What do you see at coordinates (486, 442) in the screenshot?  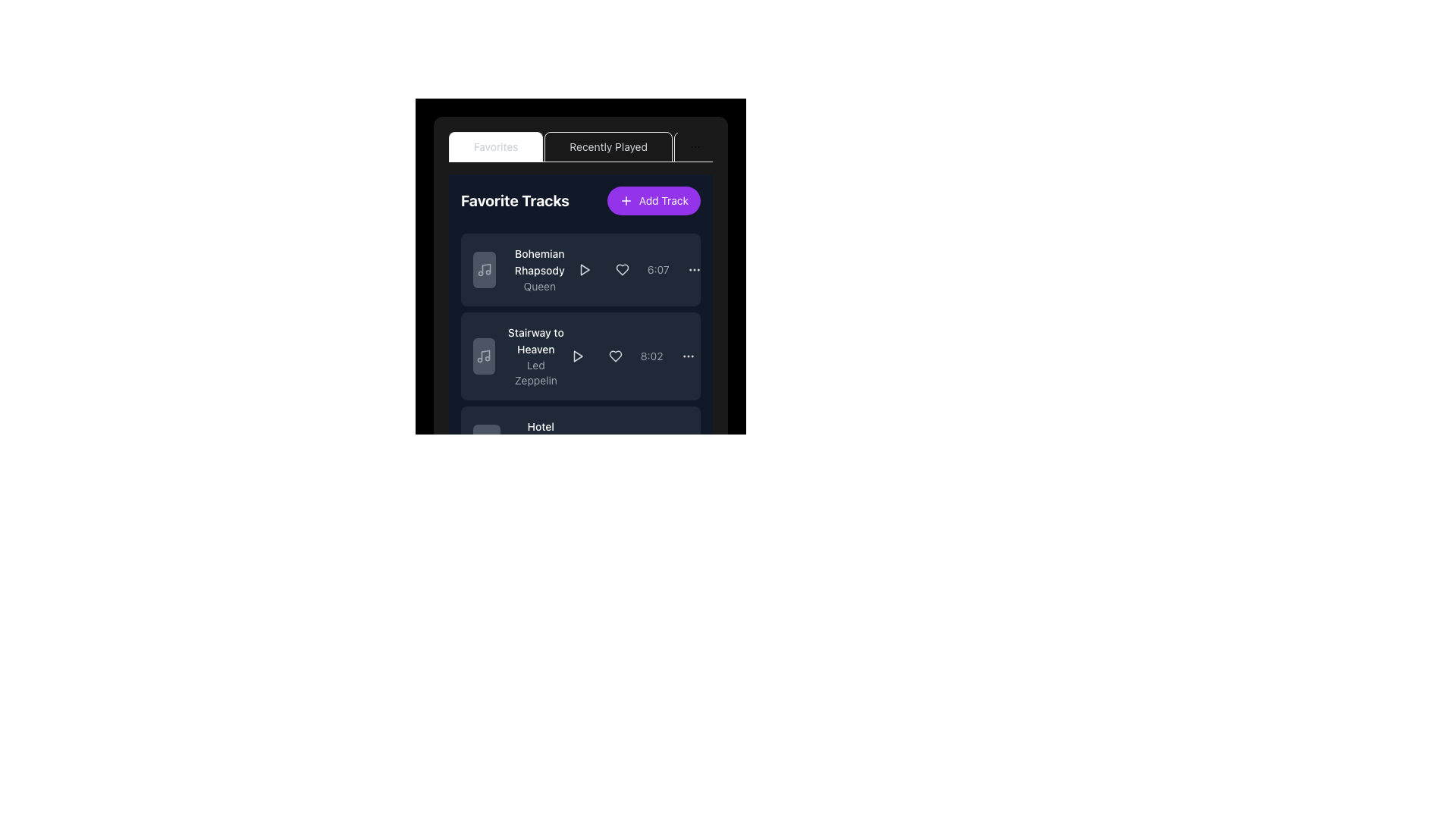 I see `the square-shaped button with a gray background and a musical note icon, located to the left of the text 'Hotel California' and 'Eagles'` at bounding box center [486, 442].